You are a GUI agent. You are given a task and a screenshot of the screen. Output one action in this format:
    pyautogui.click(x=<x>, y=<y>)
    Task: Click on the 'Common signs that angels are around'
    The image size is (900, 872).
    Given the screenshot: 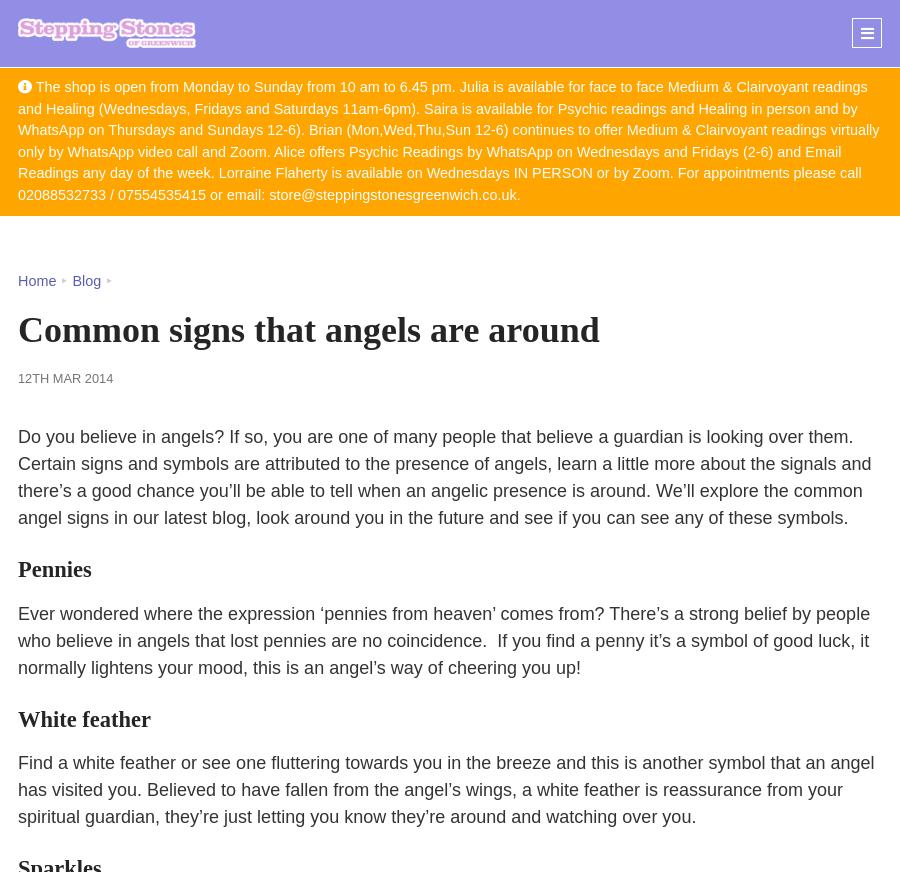 What is the action you would take?
    pyautogui.click(x=17, y=329)
    